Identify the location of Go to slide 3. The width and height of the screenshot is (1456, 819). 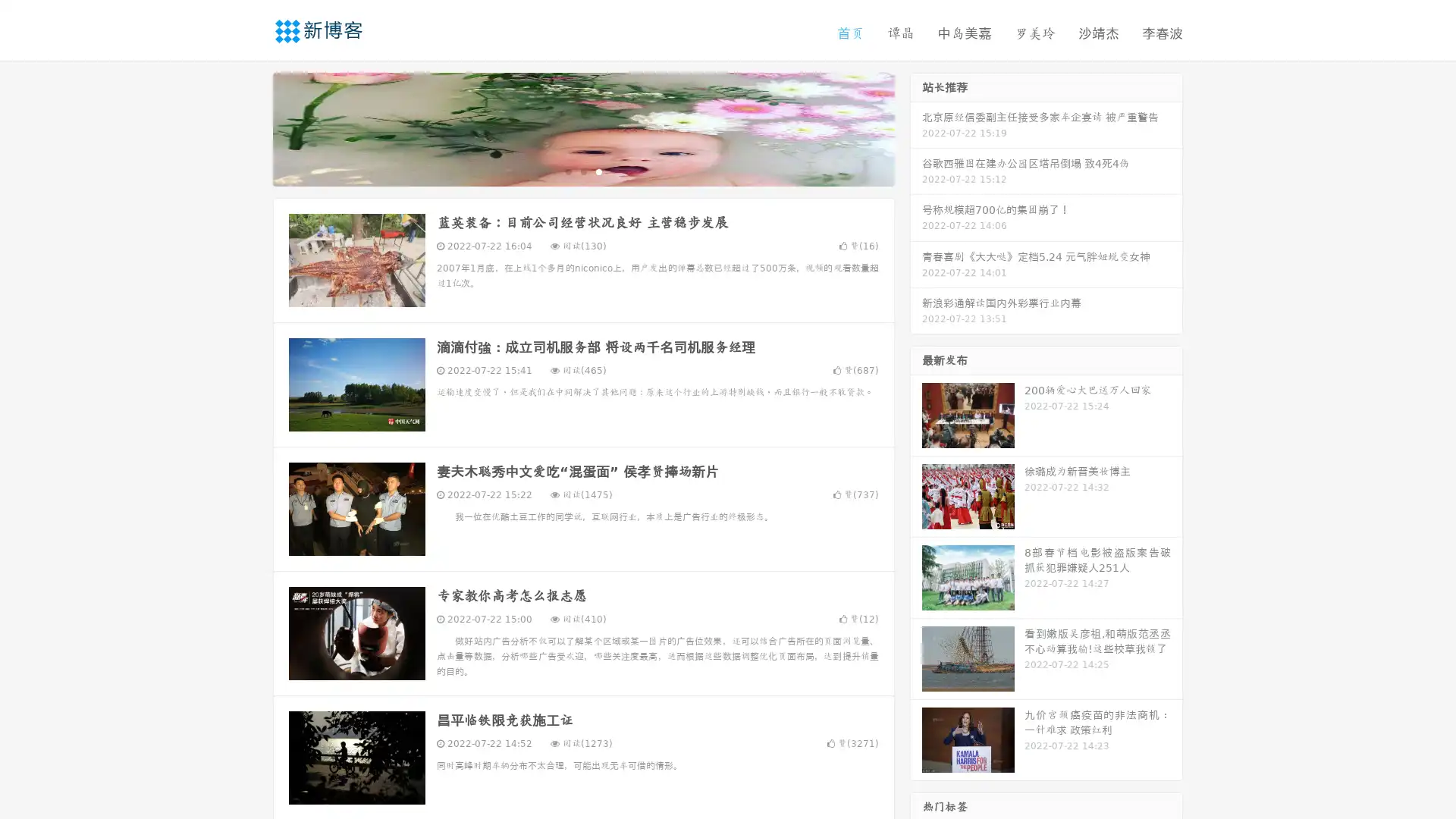
(598, 171).